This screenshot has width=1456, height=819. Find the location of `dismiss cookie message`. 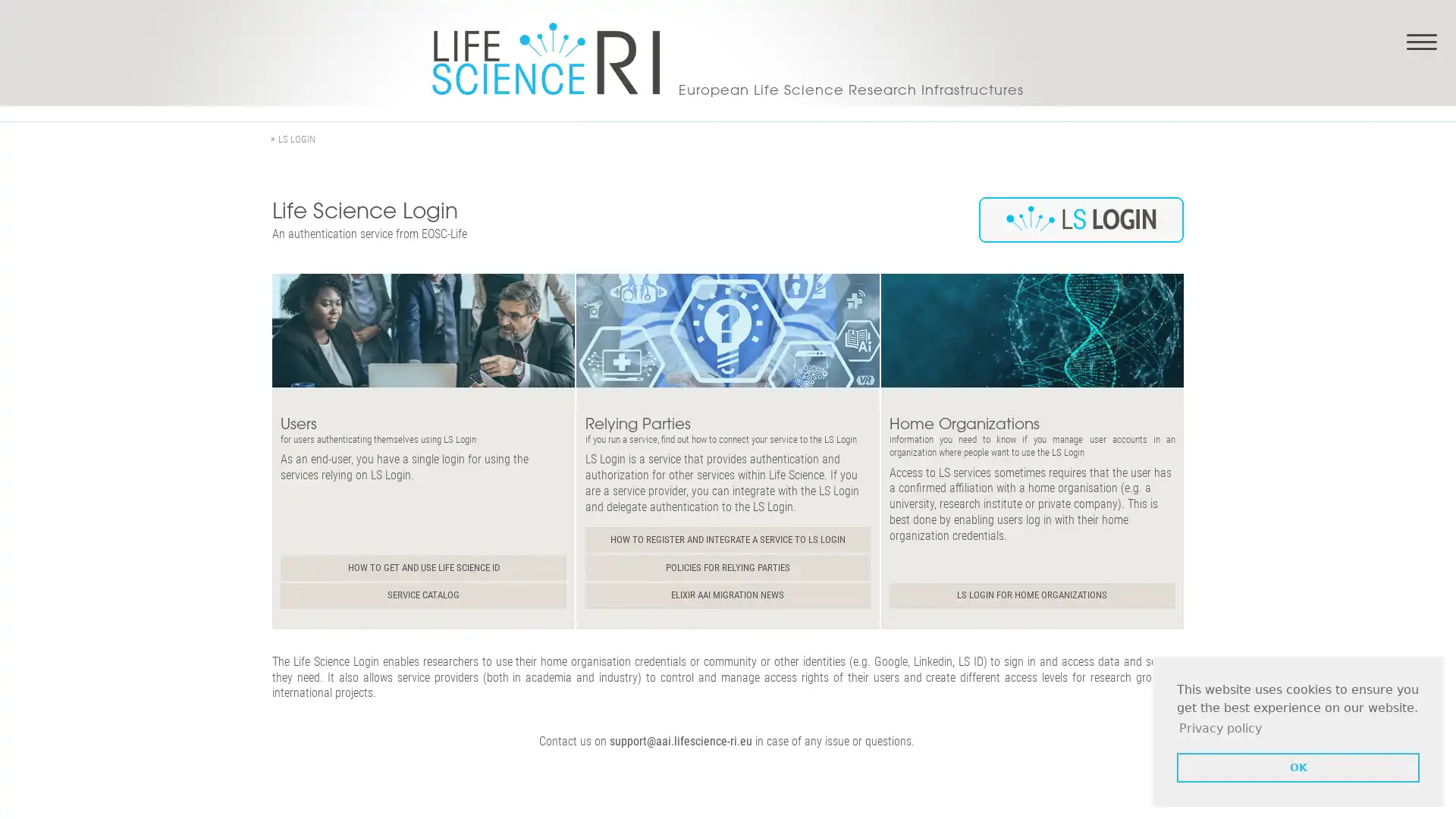

dismiss cookie message is located at coordinates (1298, 767).